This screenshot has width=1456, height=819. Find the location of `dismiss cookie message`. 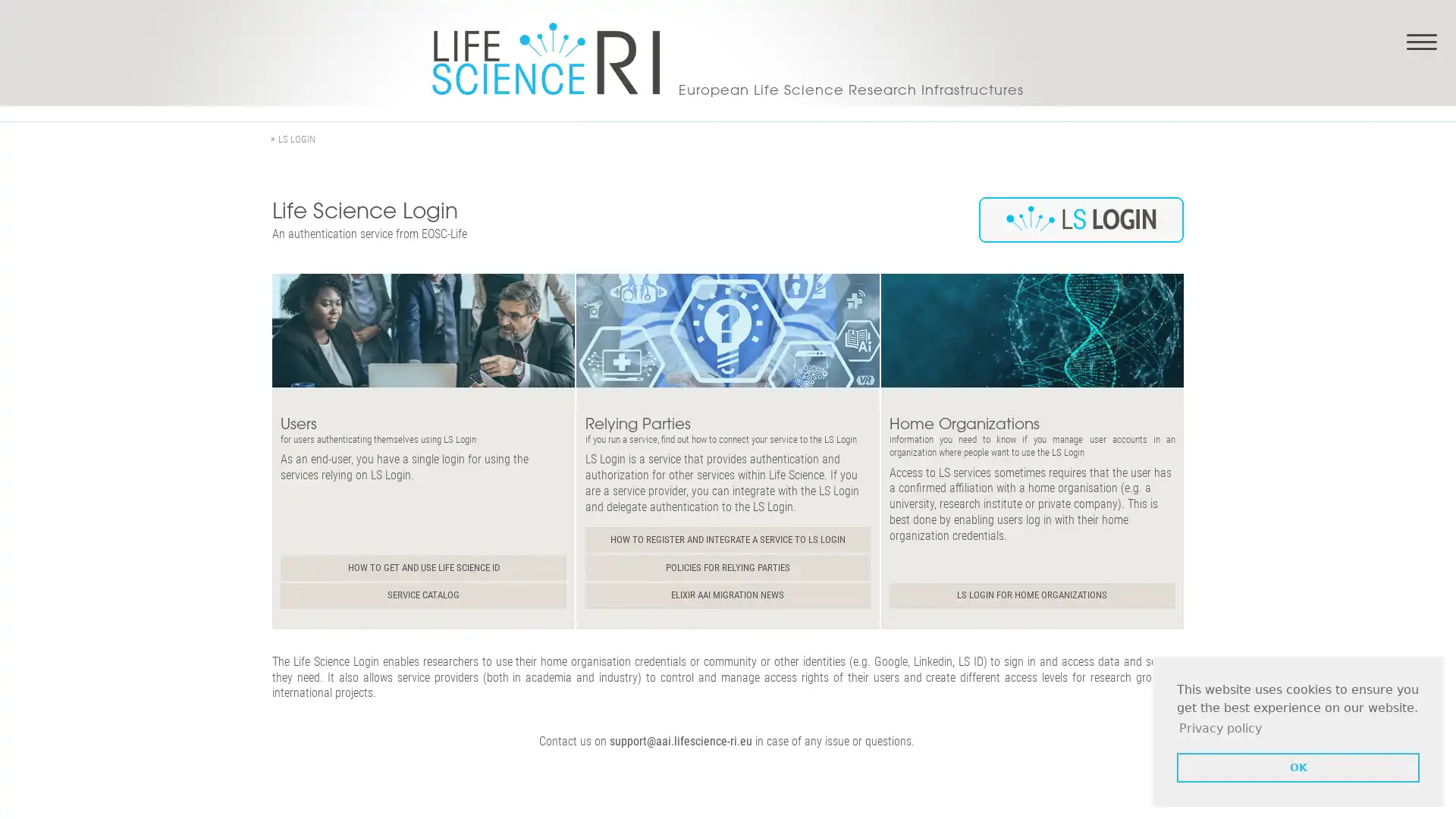

dismiss cookie message is located at coordinates (1298, 767).